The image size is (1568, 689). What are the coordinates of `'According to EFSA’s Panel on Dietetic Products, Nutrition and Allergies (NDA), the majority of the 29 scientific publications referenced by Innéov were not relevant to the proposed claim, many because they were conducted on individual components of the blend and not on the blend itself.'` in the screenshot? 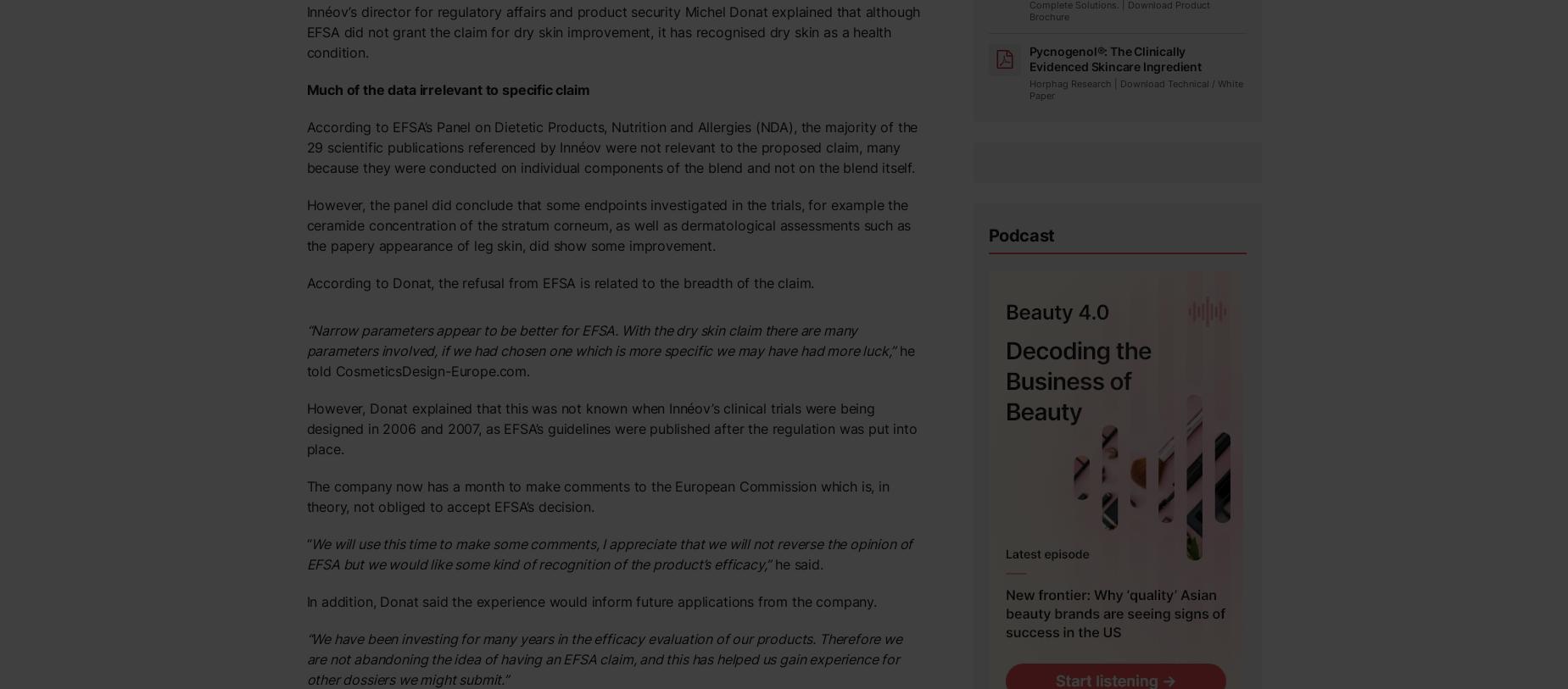 It's located at (611, 146).